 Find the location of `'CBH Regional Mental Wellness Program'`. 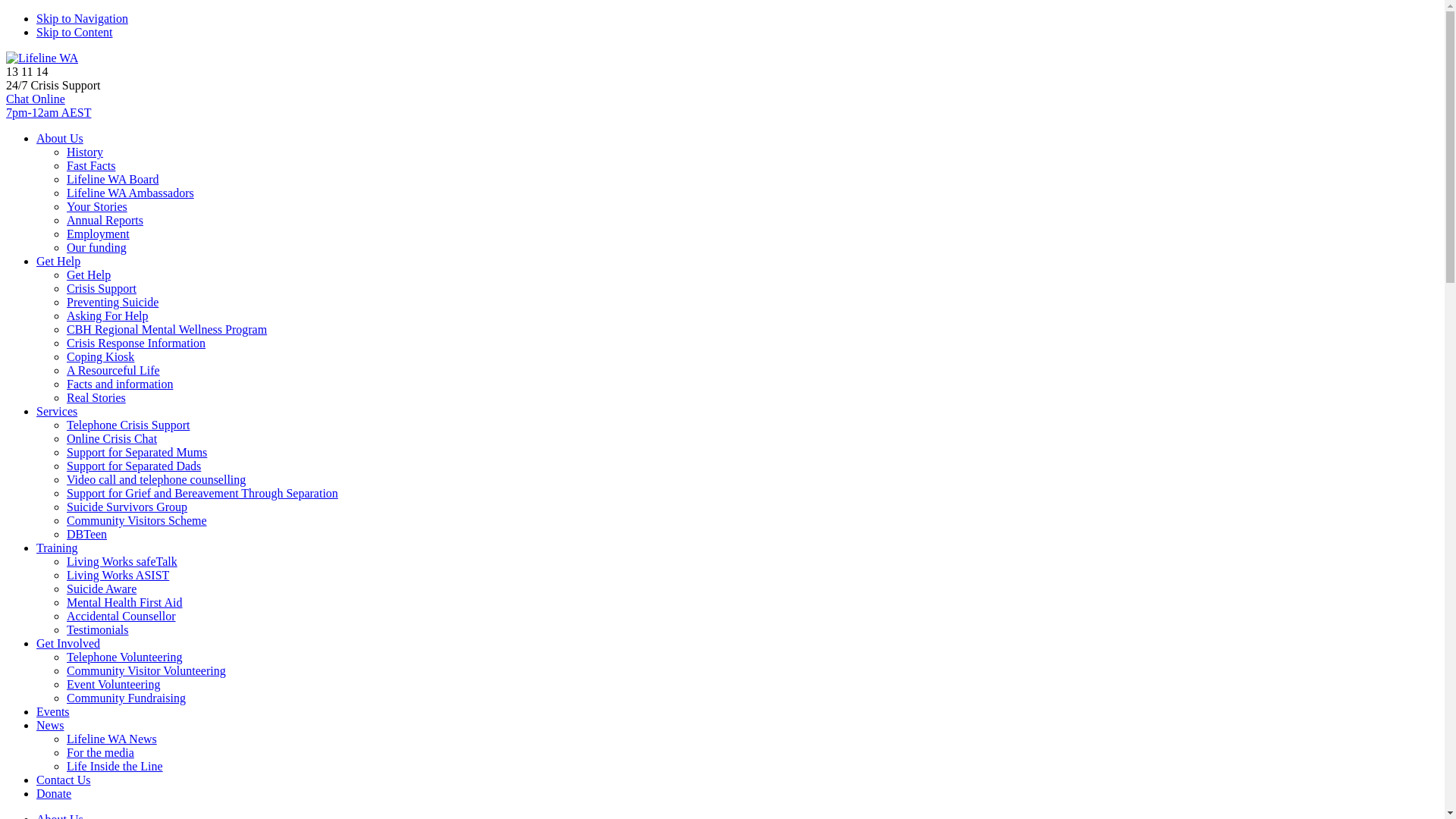

'CBH Regional Mental Wellness Program' is located at coordinates (167, 328).